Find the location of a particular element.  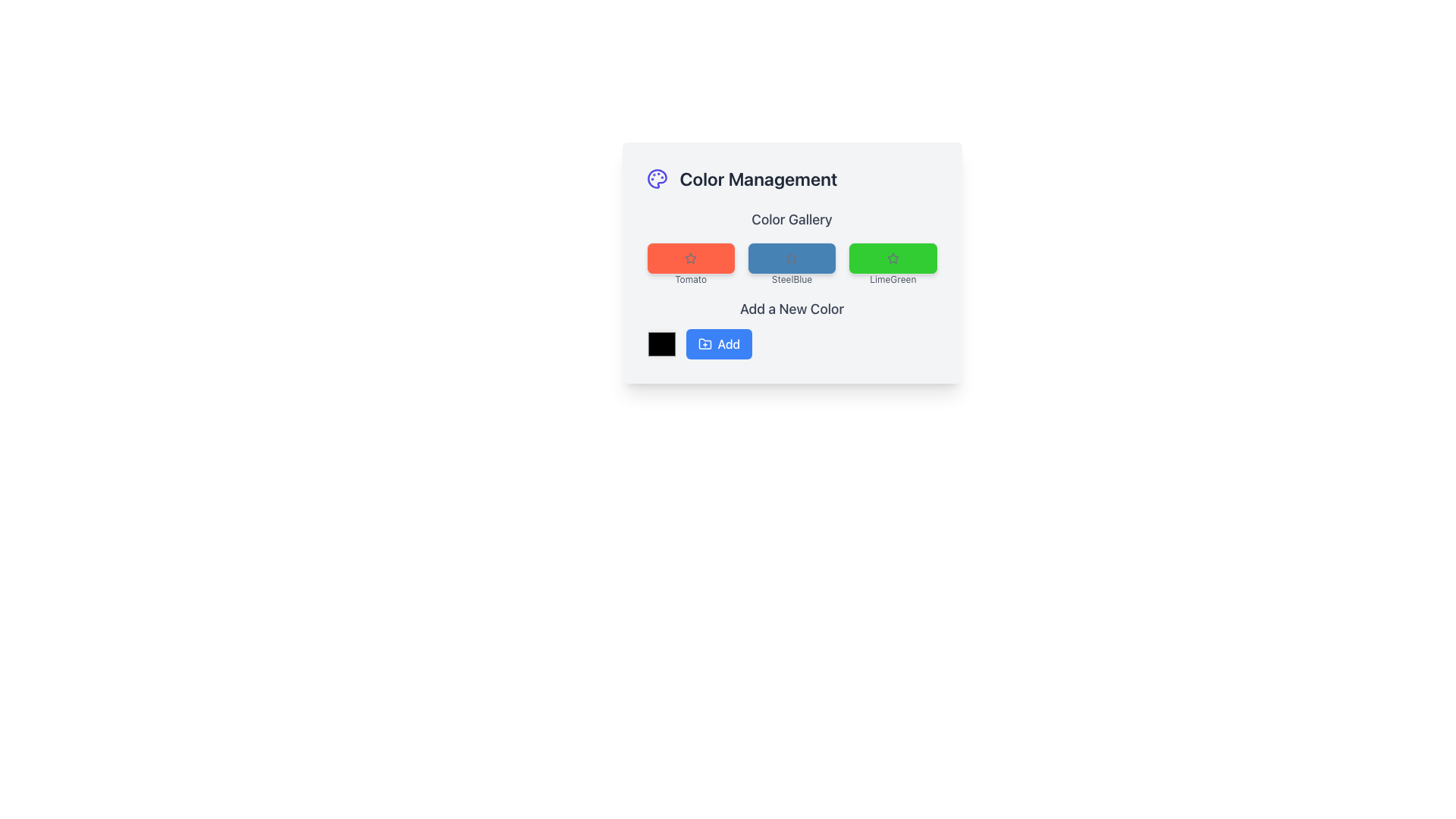

the header text indicating the purpose of the section for adding a new color, located above the color picker and 'Add' button is located at coordinates (791, 309).